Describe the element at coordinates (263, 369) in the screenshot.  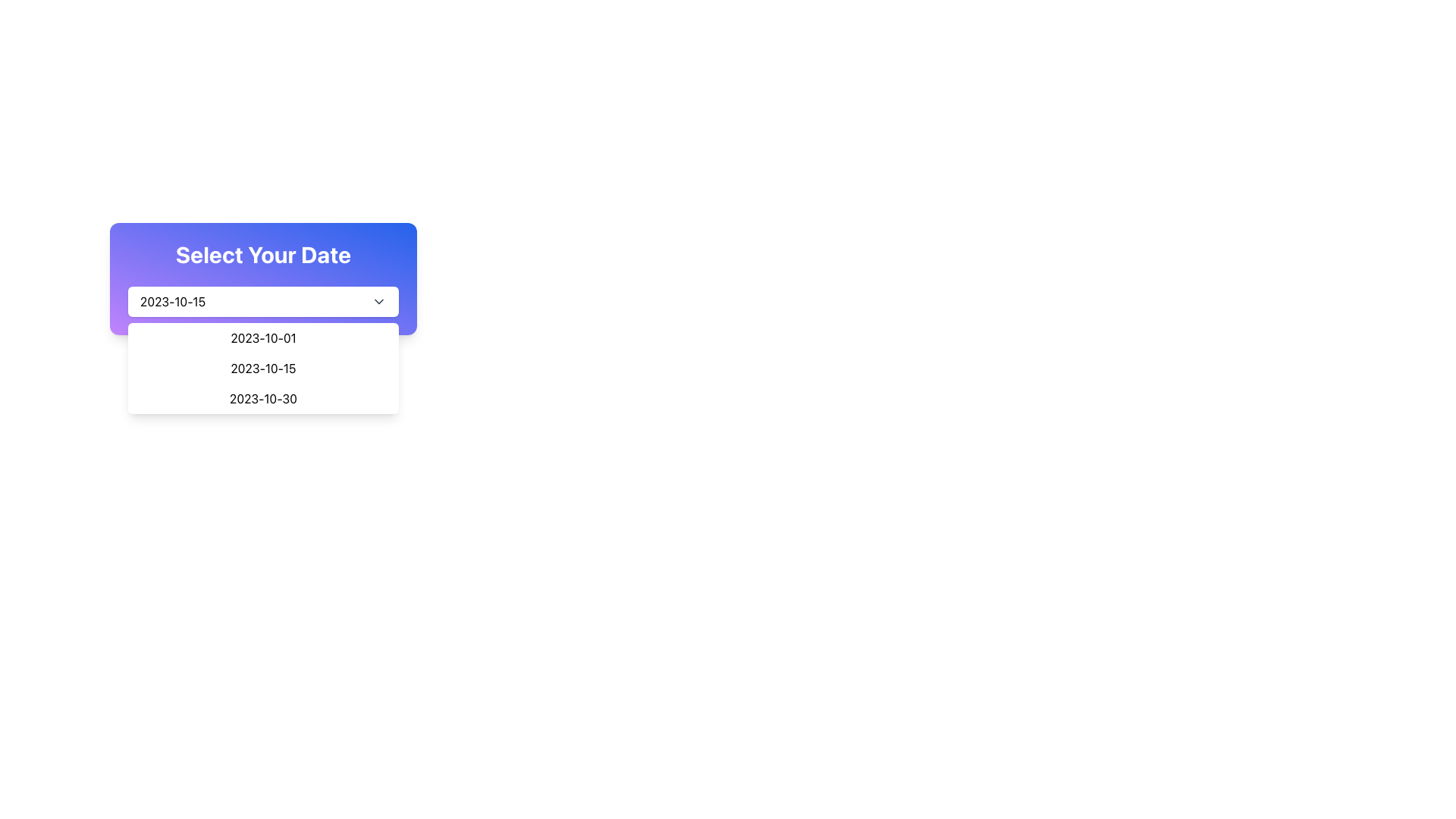
I see `the dropdown menu` at that location.